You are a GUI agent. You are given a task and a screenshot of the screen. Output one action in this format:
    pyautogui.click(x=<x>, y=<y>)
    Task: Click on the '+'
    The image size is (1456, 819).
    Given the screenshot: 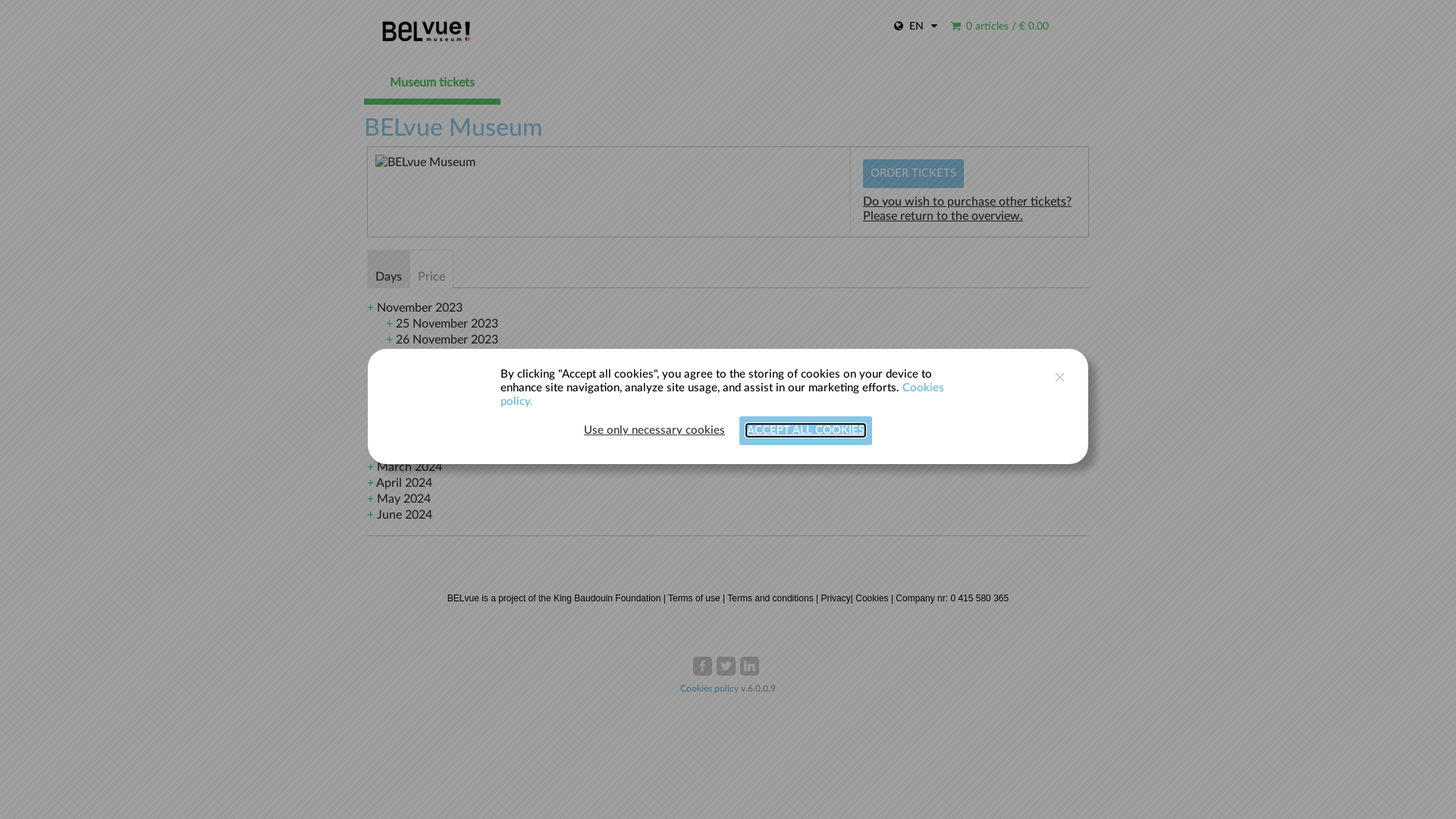 What is the action you would take?
    pyautogui.click(x=389, y=338)
    